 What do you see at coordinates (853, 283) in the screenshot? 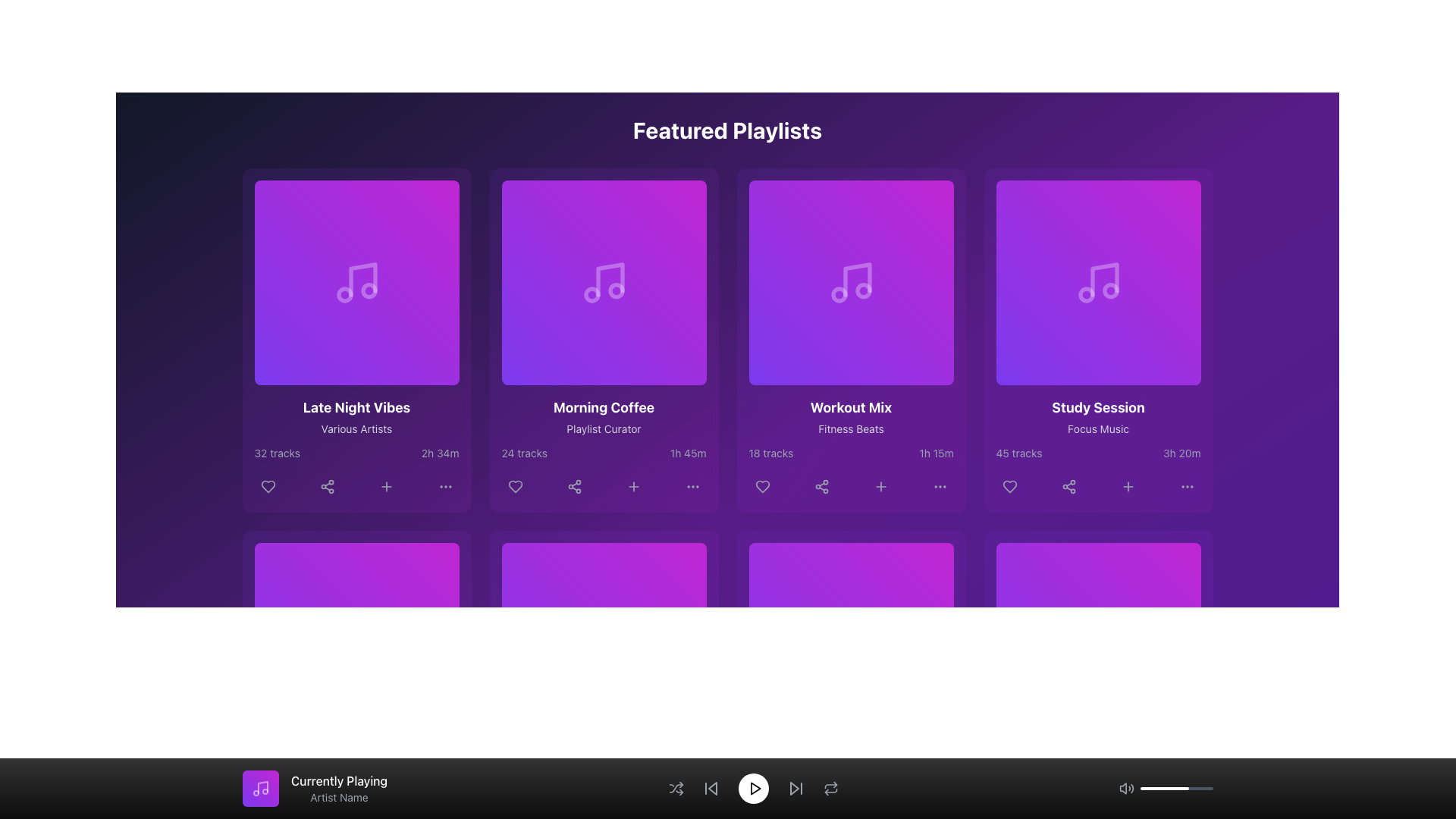
I see `the central play icon within the circular button located below the 'Workout Mix' section in the 'Featured Playlists' grid` at bounding box center [853, 283].